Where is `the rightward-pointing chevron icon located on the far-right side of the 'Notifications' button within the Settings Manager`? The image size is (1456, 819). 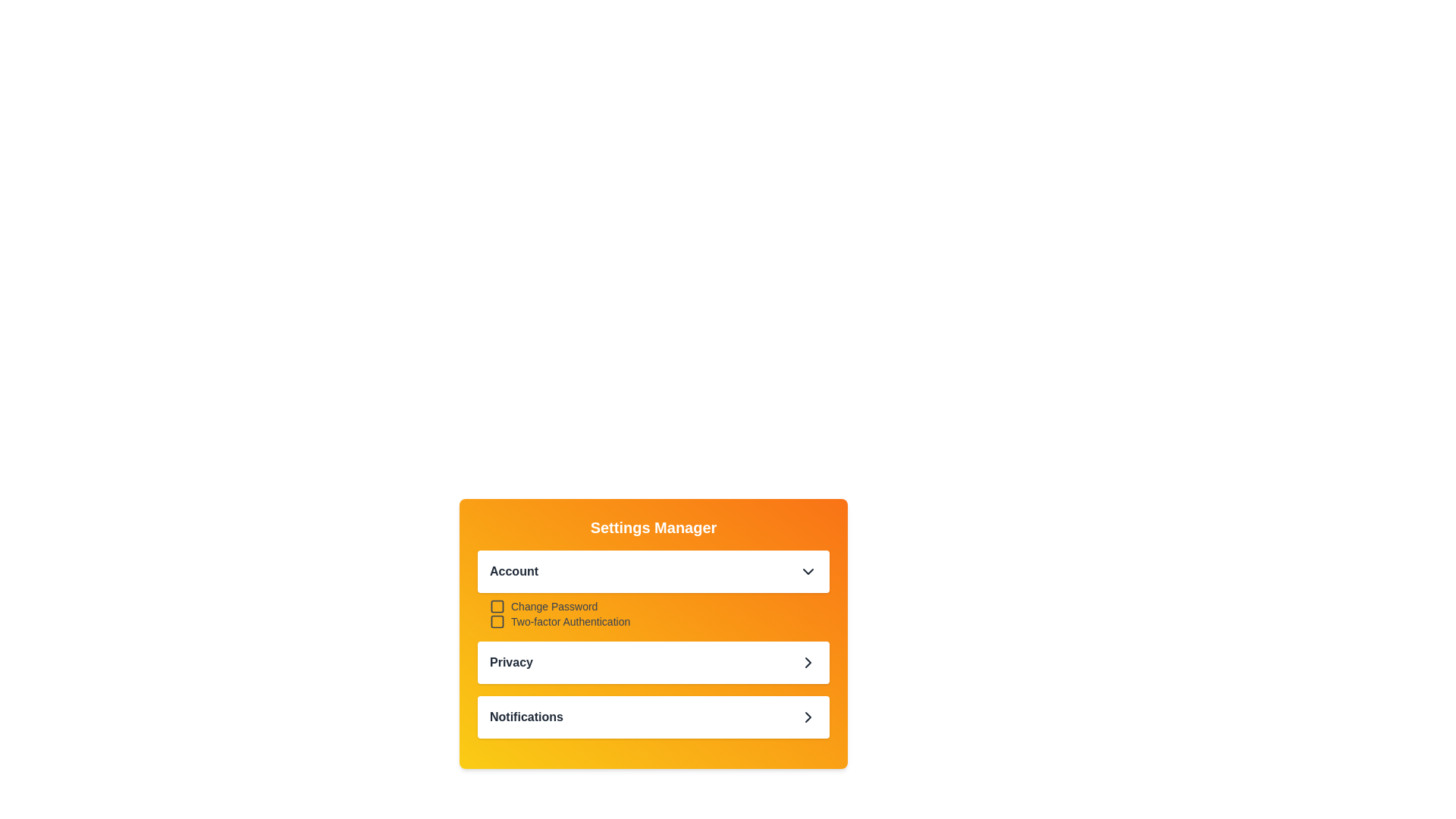
the rightward-pointing chevron icon located on the far-right side of the 'Notifications' button within the Settings Manager is located at coordinates (807, 717).